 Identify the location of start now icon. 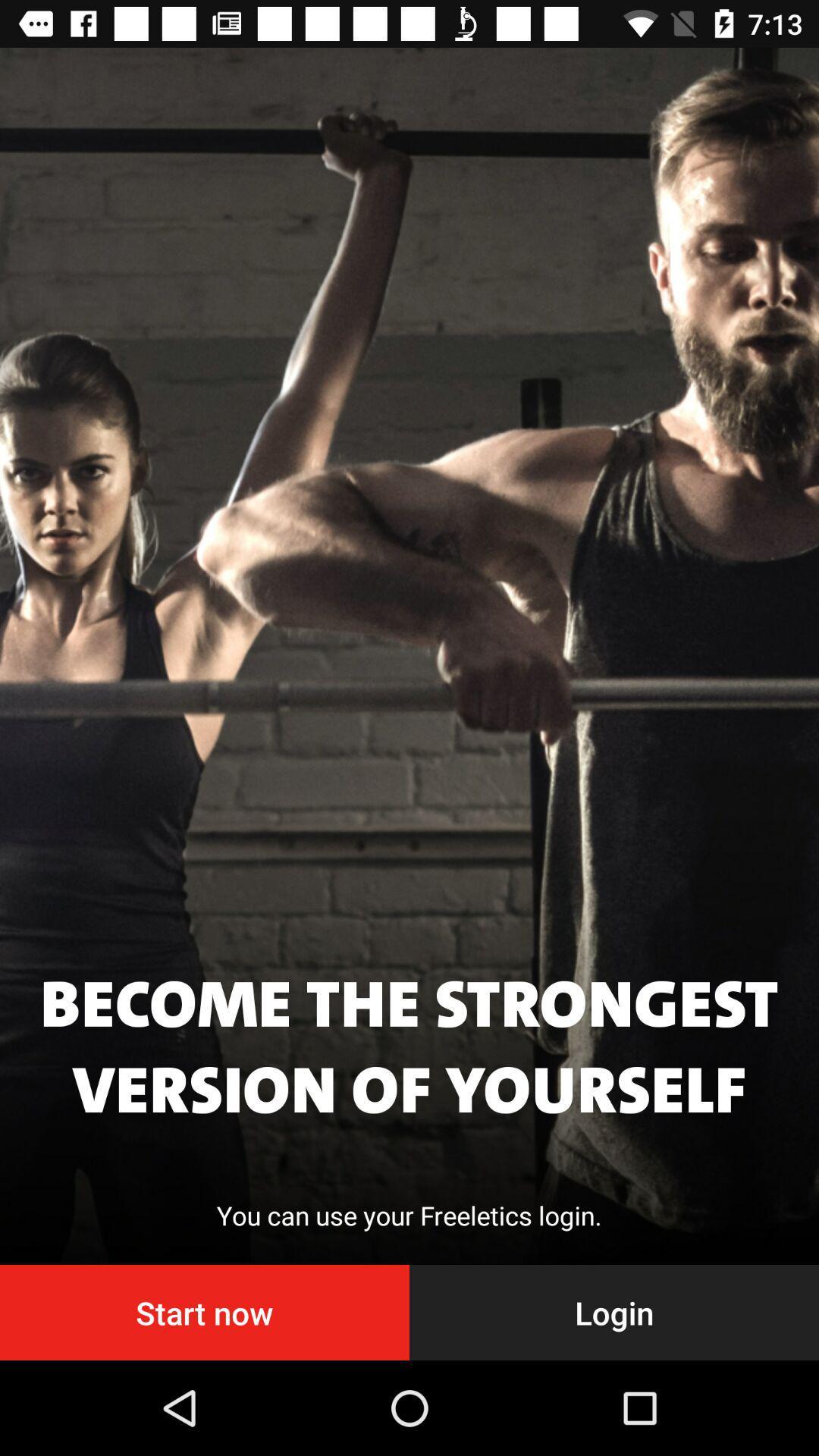
(205, 1312).